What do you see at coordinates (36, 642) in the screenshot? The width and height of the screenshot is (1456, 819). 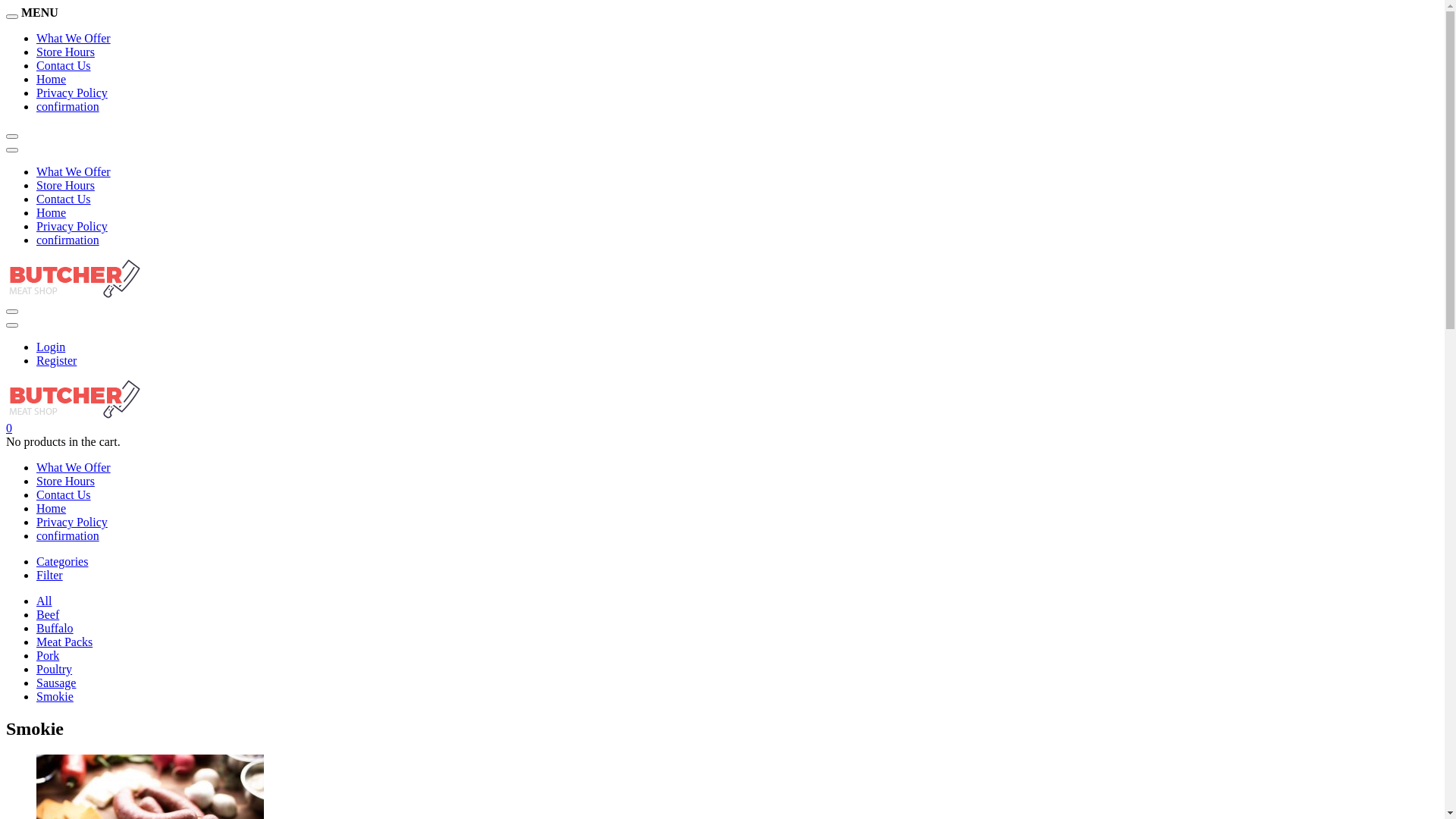 I see `'Meat Packs'` at bounding box center [36, 642].